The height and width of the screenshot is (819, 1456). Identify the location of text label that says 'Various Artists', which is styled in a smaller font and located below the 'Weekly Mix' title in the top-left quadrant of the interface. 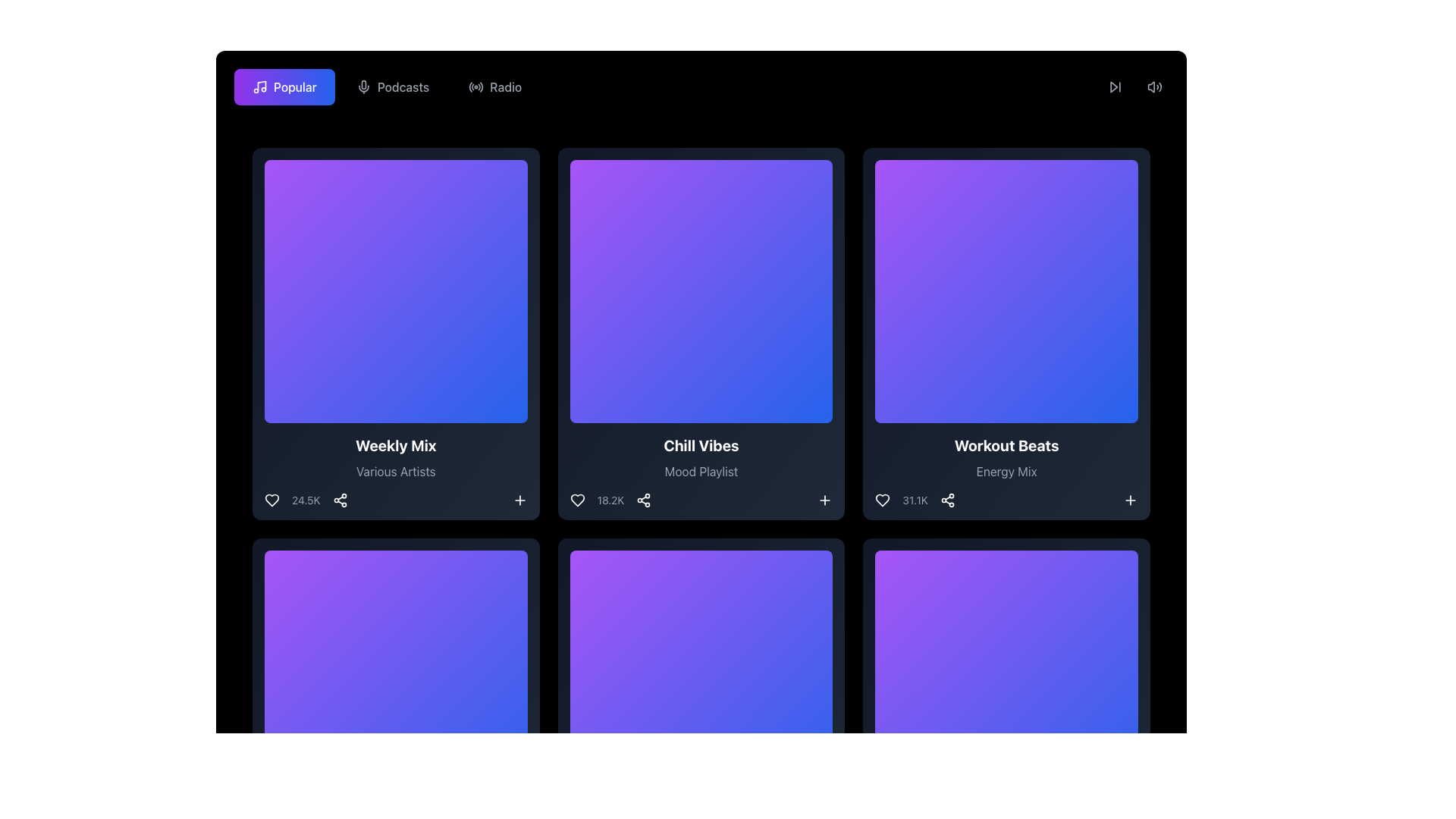
(396, 470).